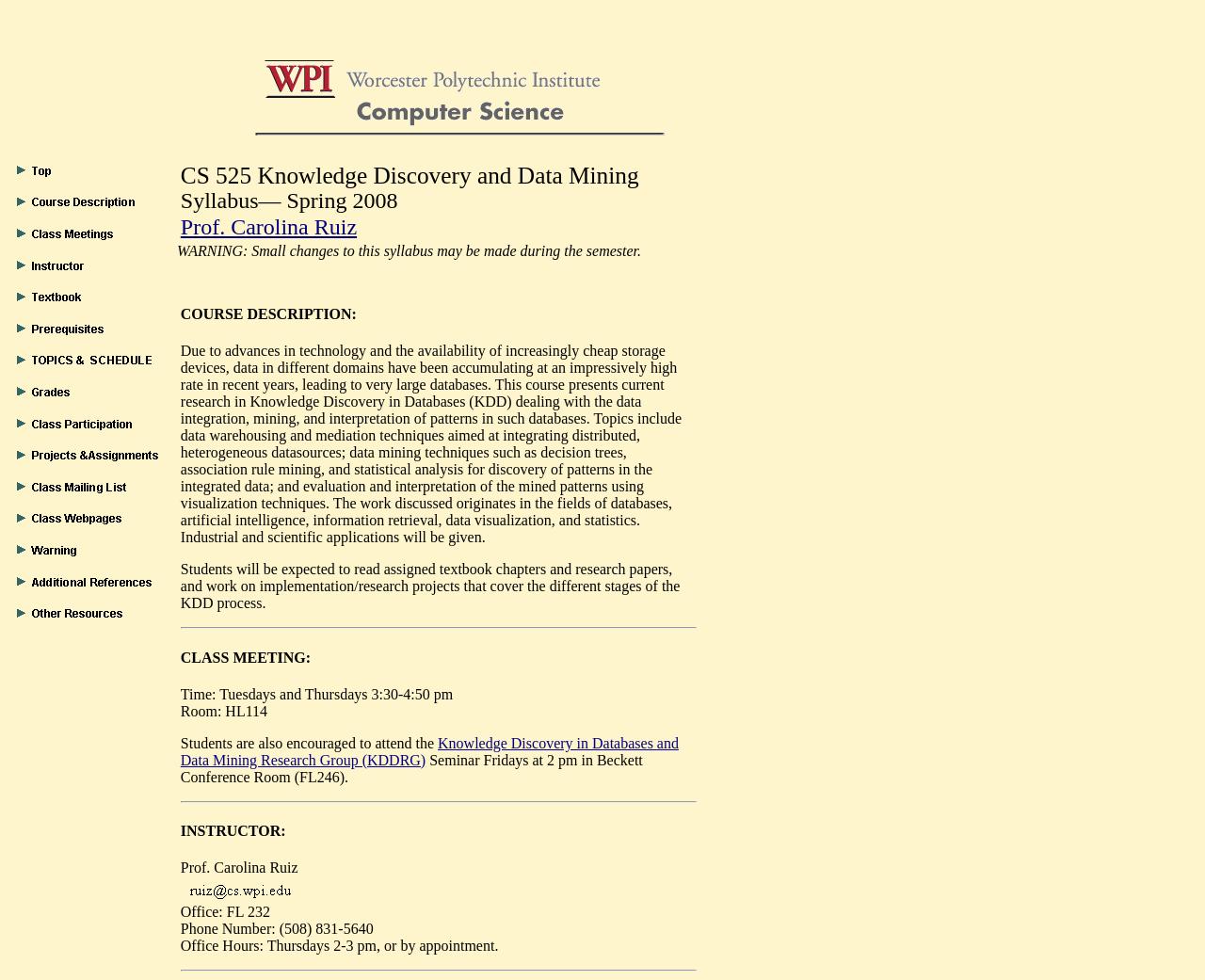 The height and width of the screenshot is (980, 1205). I want to click on 'Due to advances in technology and the availability of increasingly
cheap storage devices, data in different domains have been accumulating
at an impressively high rate in recent years, leading to very large
databases. This course presents current research in Knowledge Discovery
in Databases (KDD) dealing with the data integration, mining, and
interpretation of patterns in such databases. Topics include data
warehousing and mediation techniques aimed at integrating distributed,
heterogeneous datasources; data mining techniques such as 
decision trees, association rule mining, and statistical
analysis for discovery of patterns in the integrated data; and
evaluation and interpretation of the mined patterns using visualization
techniques. The work discussed originates in the fields of databases,
artificial intelligence, information retrieval, data visualization,
and statistics. Industrial and scientific applications will be given.', so click(429, 442).